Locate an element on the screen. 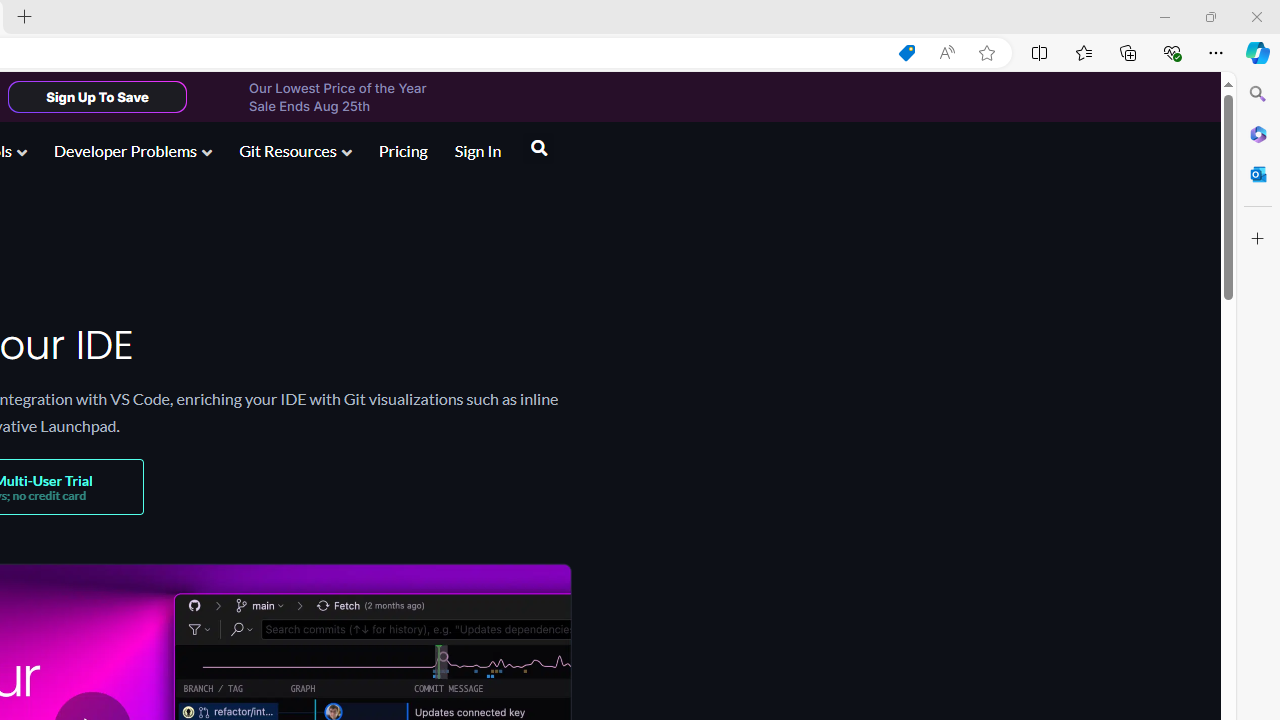 The image size is (1280, 720). 'Sign In' is located at coordinates (477, 152).